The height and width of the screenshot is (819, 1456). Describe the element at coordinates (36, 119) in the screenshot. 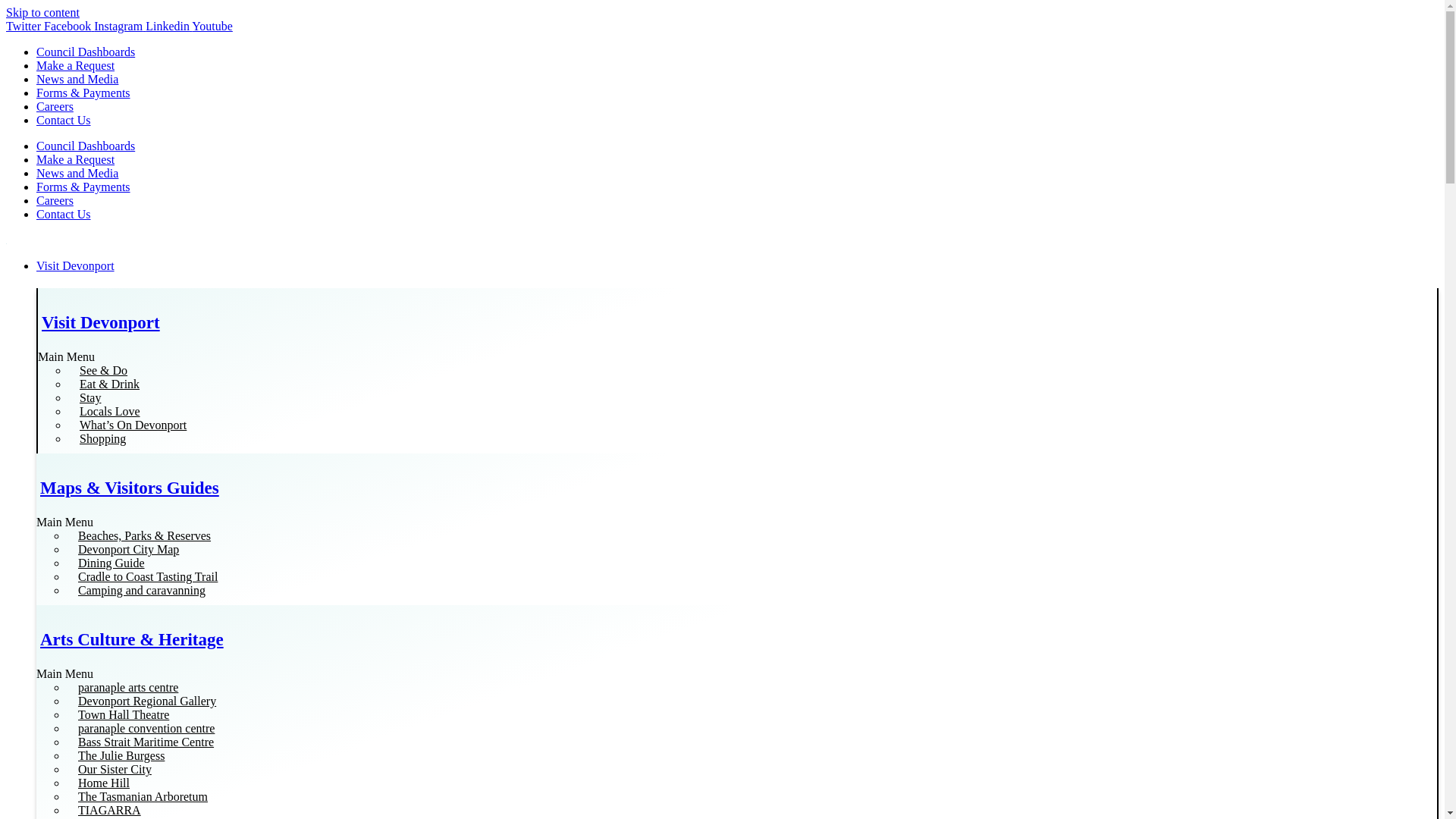

I see `'Contact Us'` at that location.